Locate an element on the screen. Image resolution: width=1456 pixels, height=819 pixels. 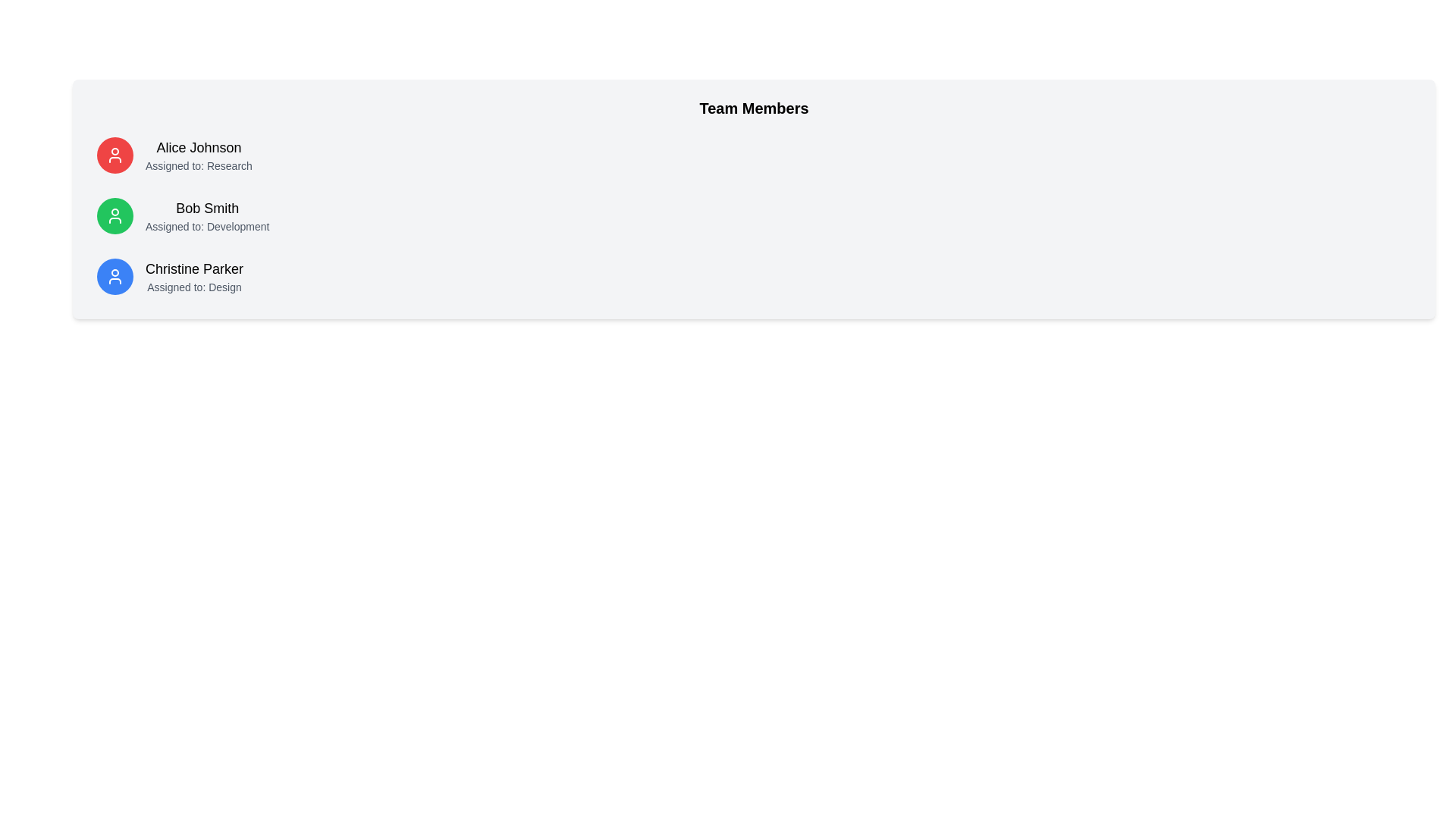
the text display for 'Christine Parker' which is the third element in the 'Team Members' list is located at coordinates (193, 277).